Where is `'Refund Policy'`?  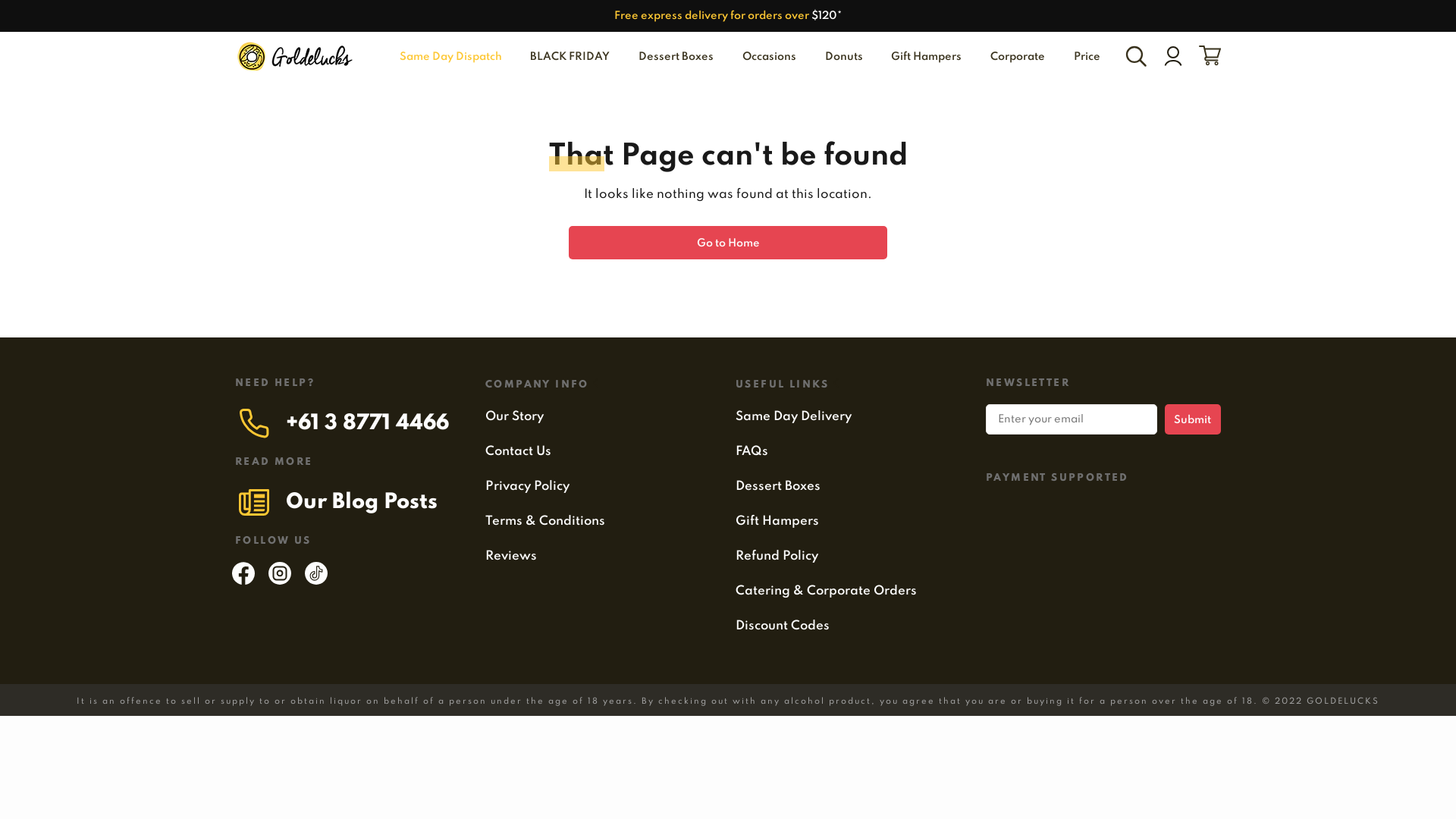 'Refund Policy' is located at coordinates (777, 555).